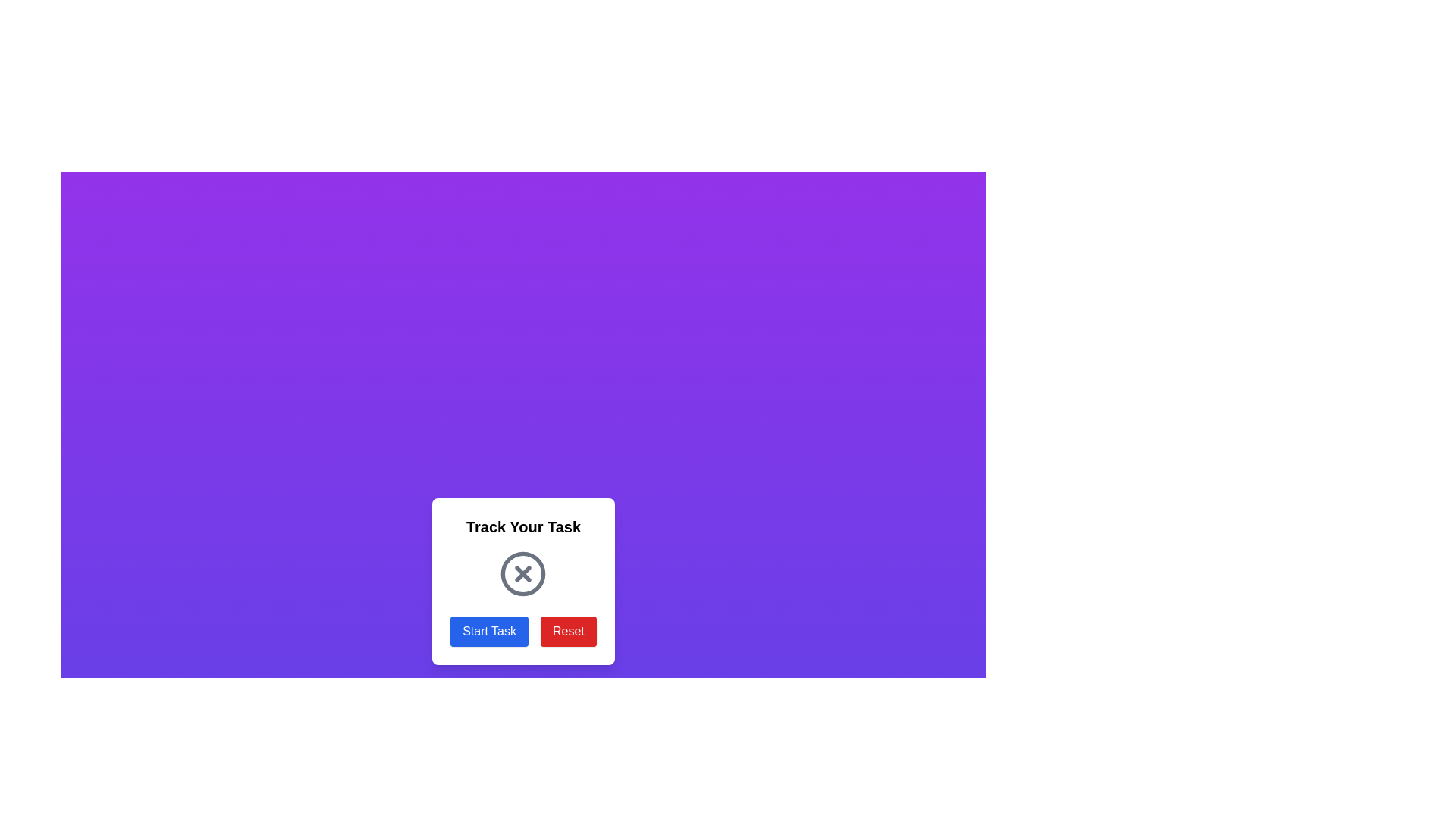 Image resolution: width=1456 pixels, height=819 pixels. What do you see at coordinates (567, 632) in the screenshot?
I see `the rectangular red 'Reset' button with rounded corners and bold white text` at bounding box center [567, 632].